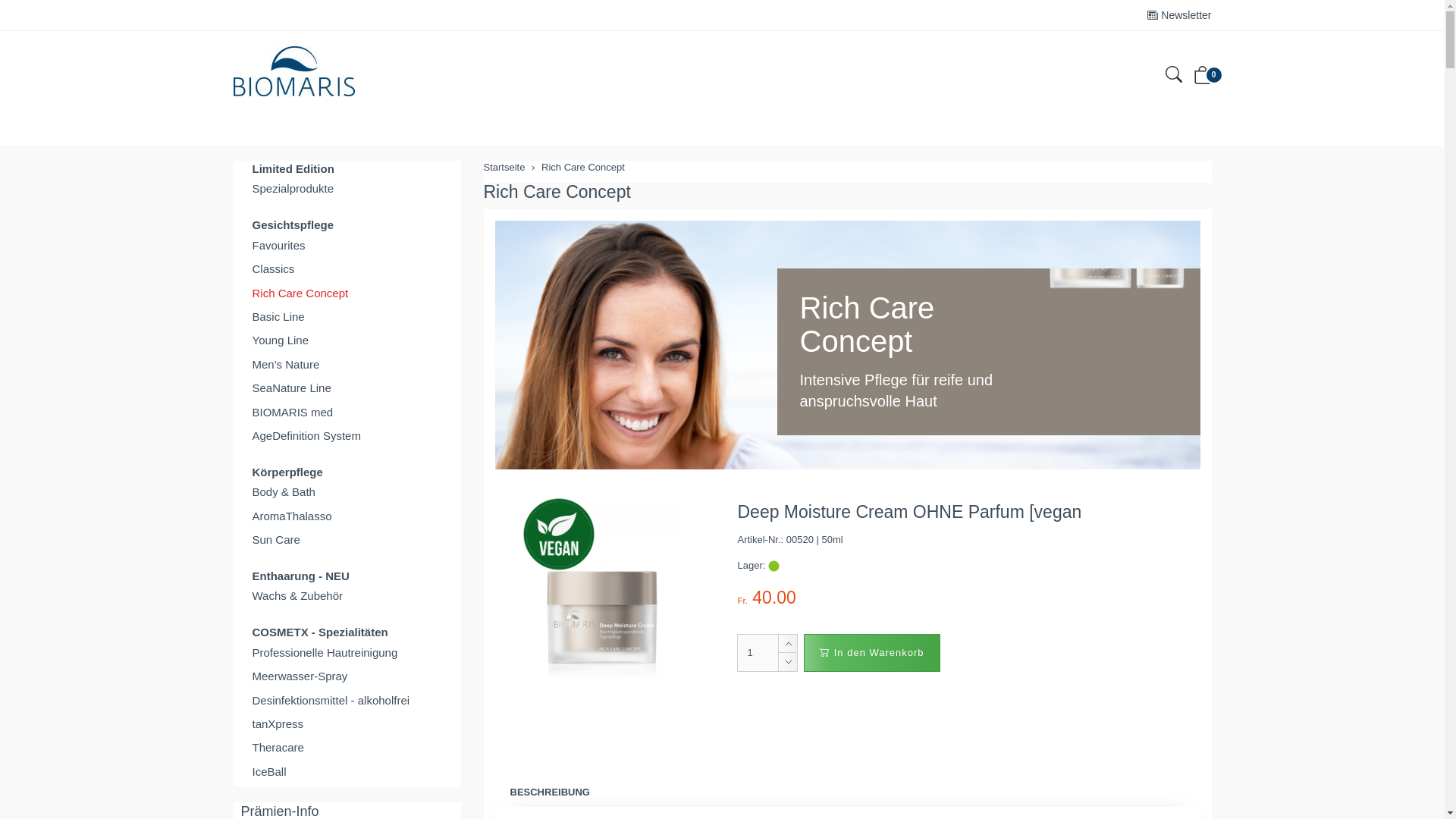 The width and height of the screenshot is (1456, 819). Describe the element at coordinates (346, 187) in the screenshot. I see `'Spezialprodukte'` at that location.